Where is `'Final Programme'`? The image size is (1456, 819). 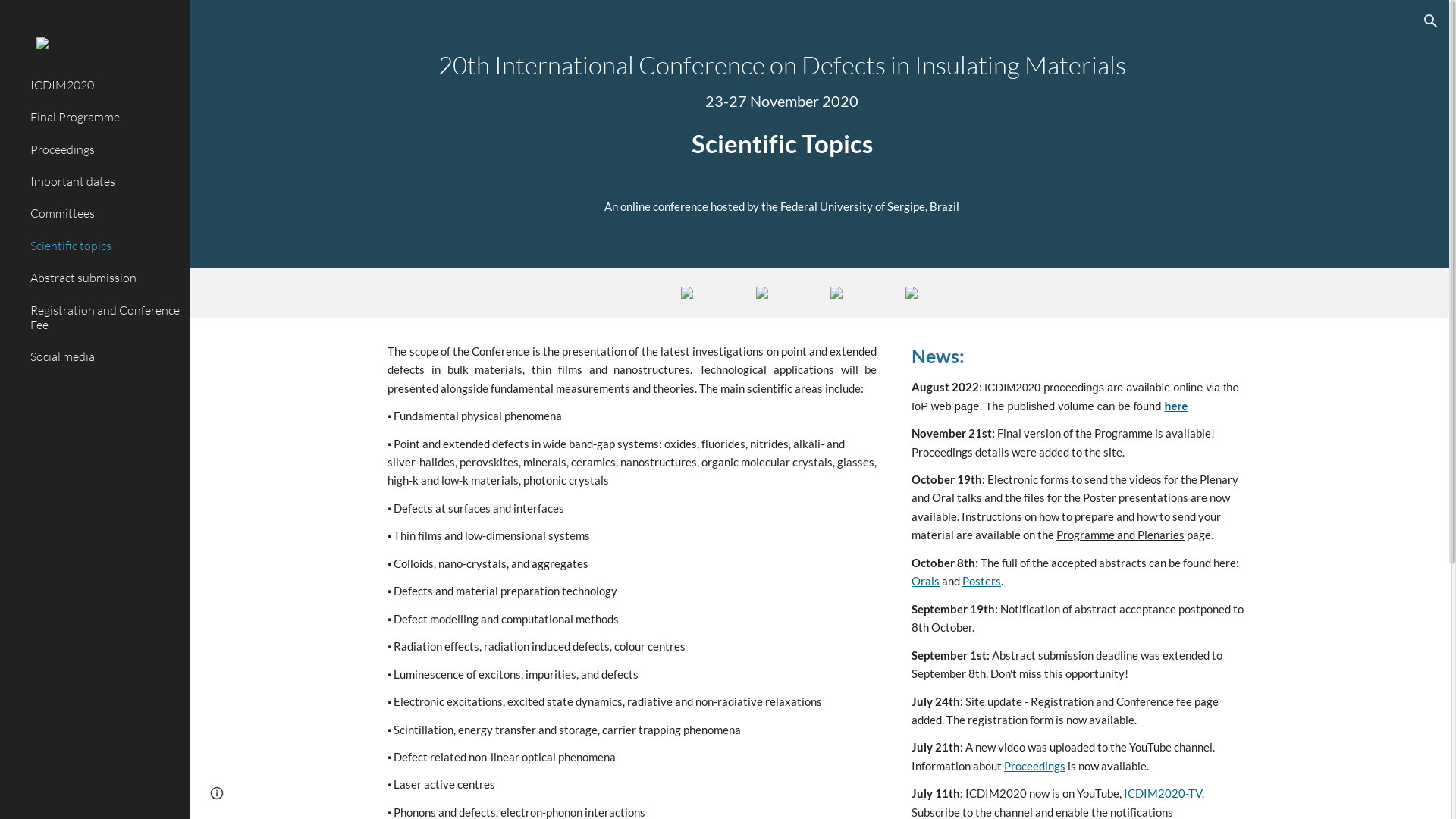 'Final Programme' is located at coordinates (103, 116).